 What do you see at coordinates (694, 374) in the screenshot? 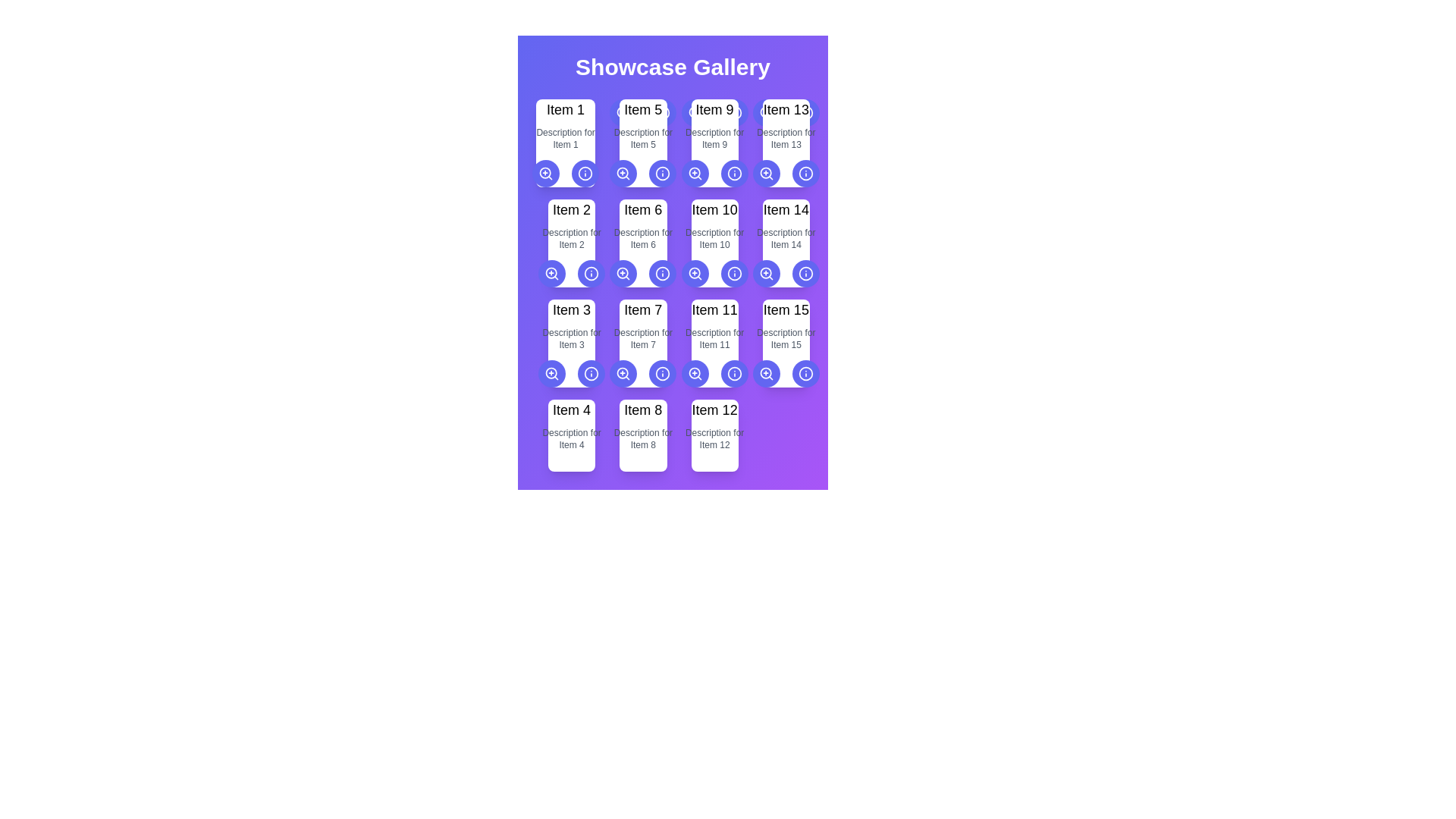
I see `the magnifying glass icon with a '+' symbol inside it, which is the leftmost button below the grid item labeled 'Item 11' in the showcase gallery` at bounding box center [694, 374].